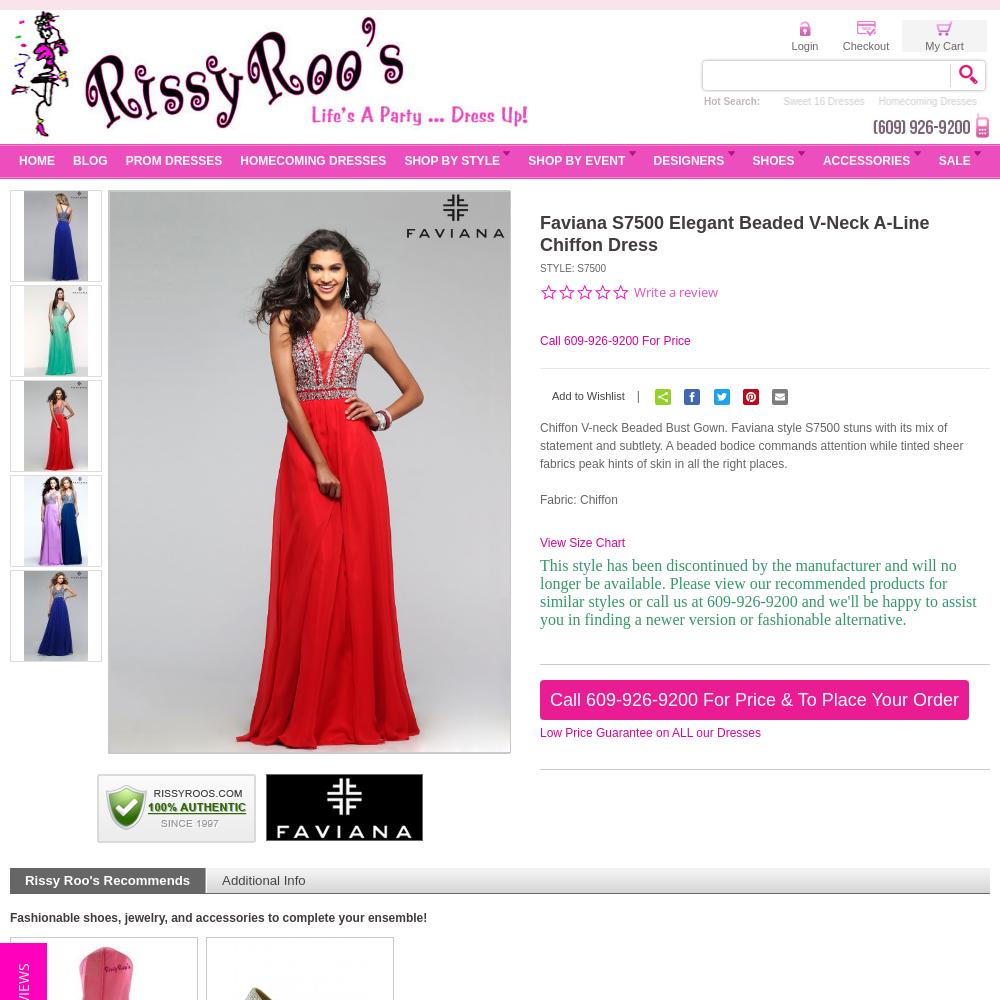  What do you see at coordinates (89, 161) in the screenshot?
I see `'Blog'` at bounding box center [89, 161].